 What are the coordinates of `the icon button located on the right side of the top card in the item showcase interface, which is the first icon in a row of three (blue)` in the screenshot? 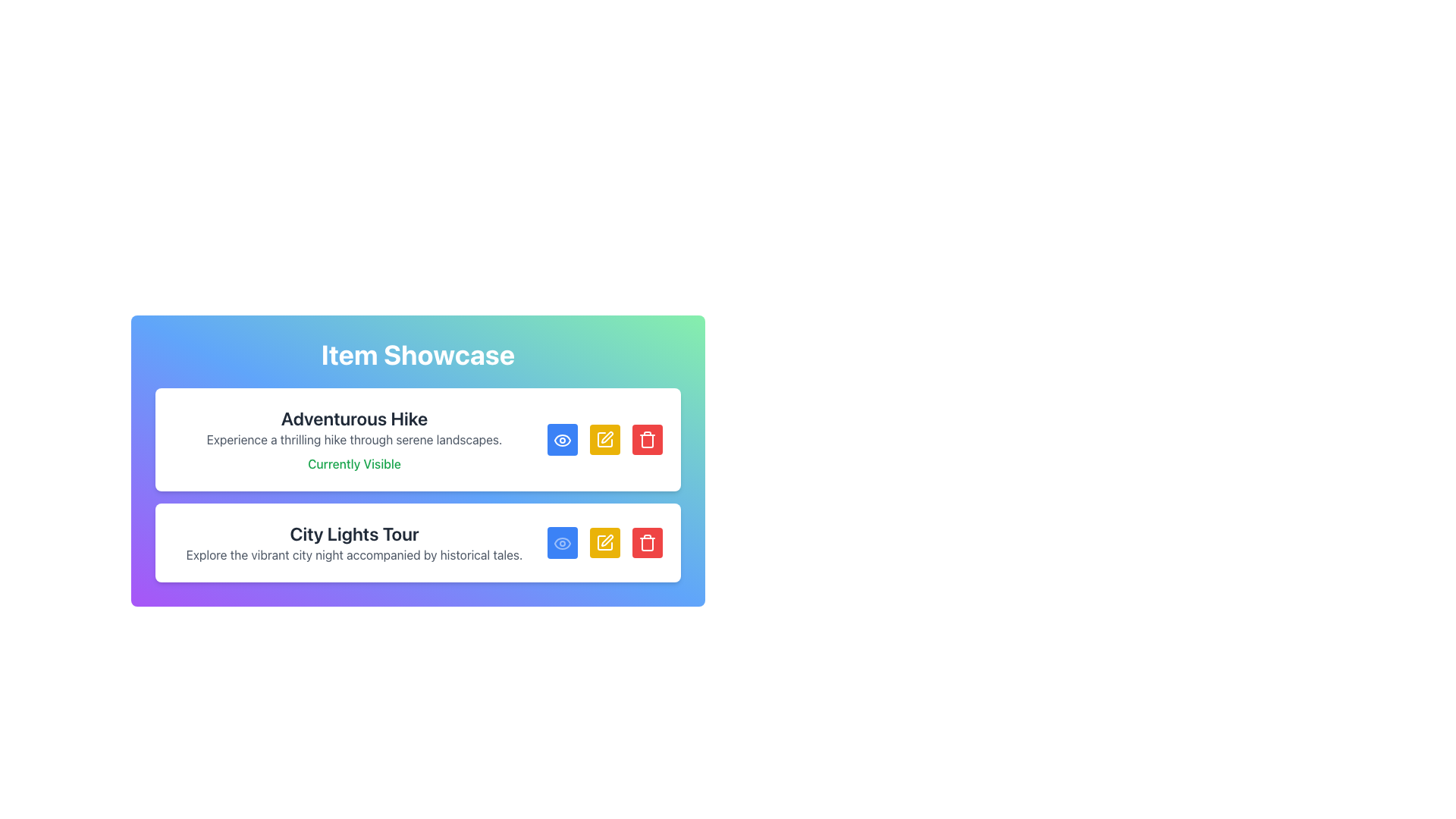 It's located at (562, 439).